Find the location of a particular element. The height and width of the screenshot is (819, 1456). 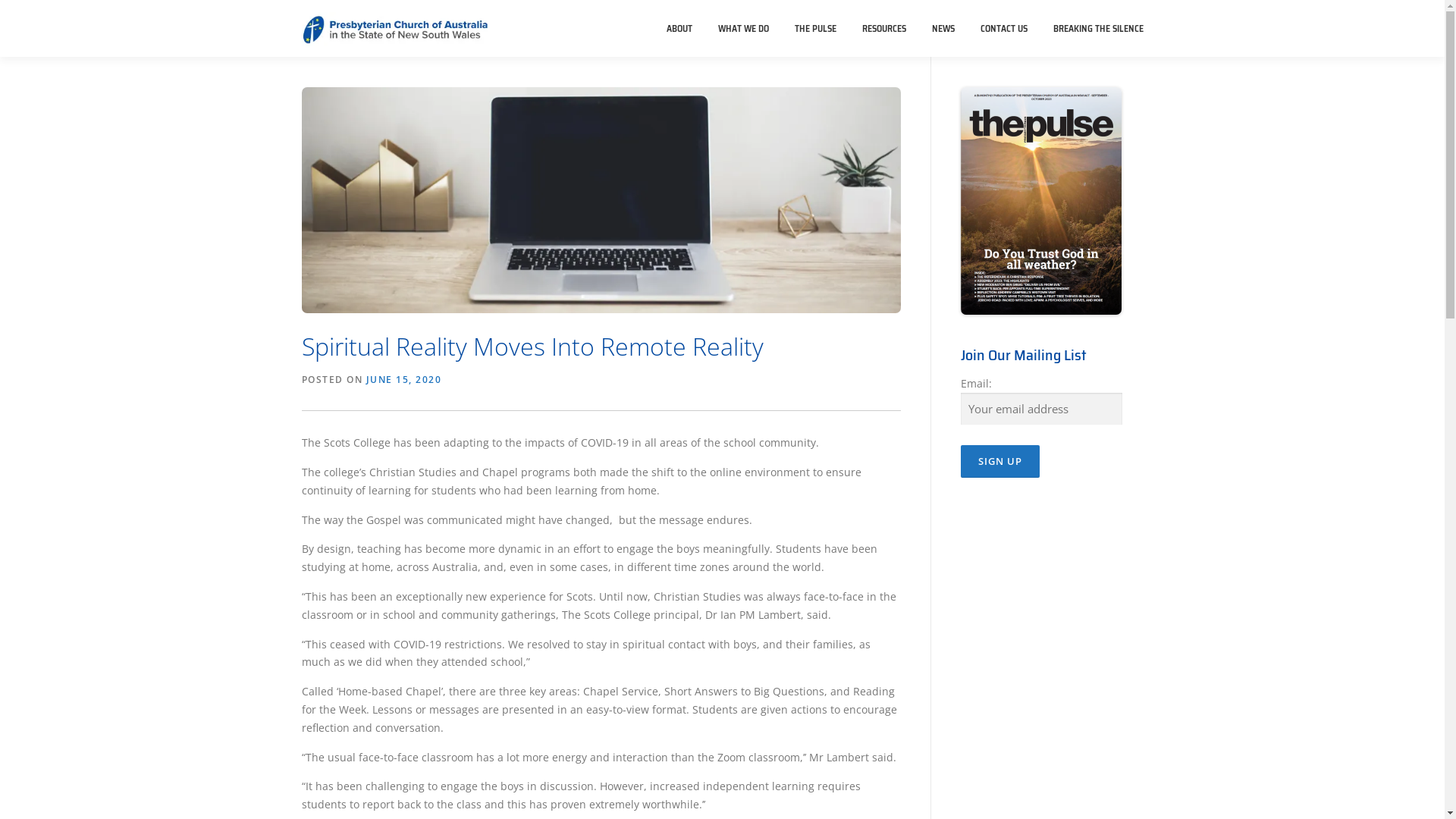

'BREAKING THE SILENCE' is located at coordinates (1092, 28).